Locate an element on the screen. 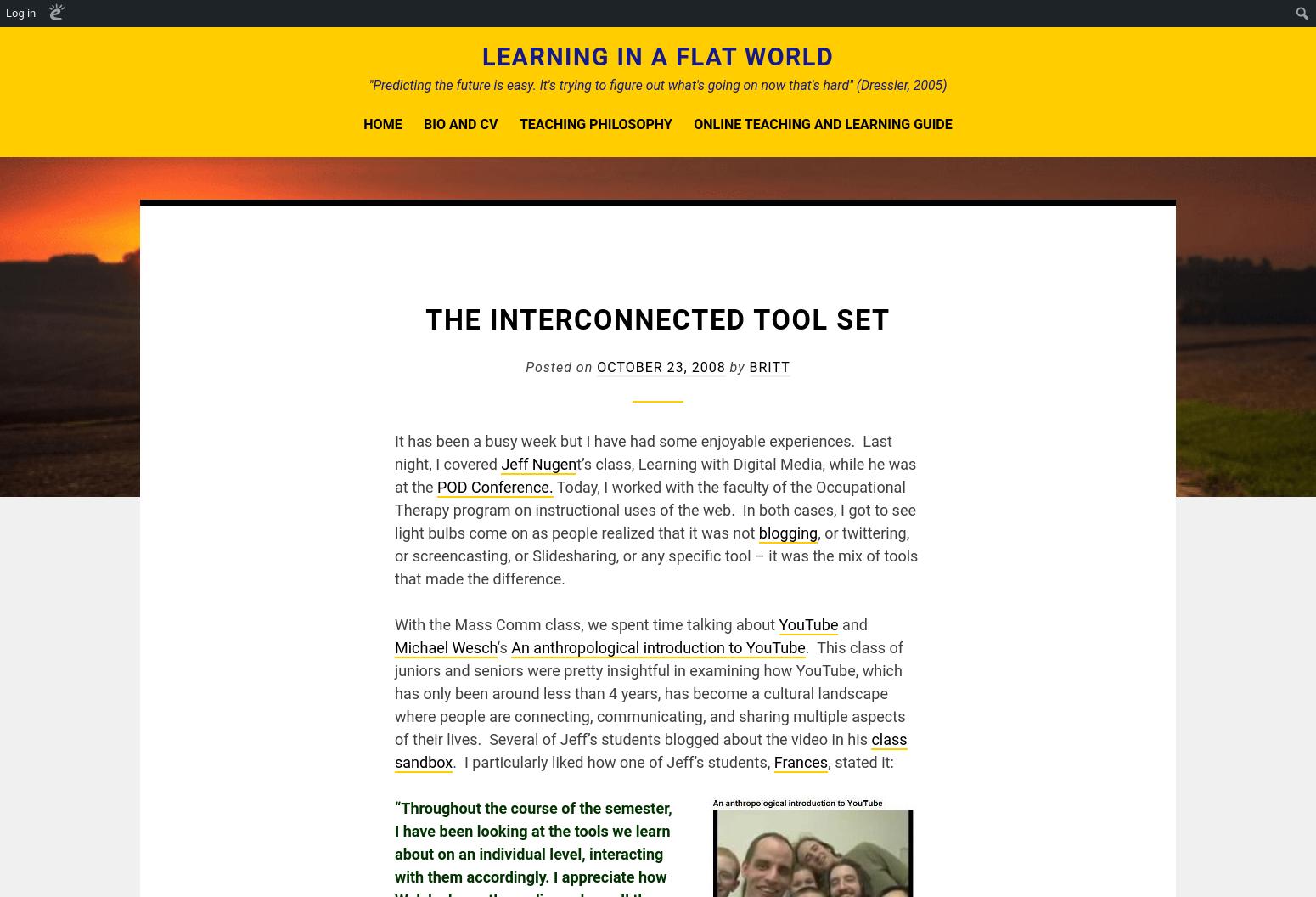  '.  I particularly liked how one of Jeff’s students,' is located at coordinates (612, 761).